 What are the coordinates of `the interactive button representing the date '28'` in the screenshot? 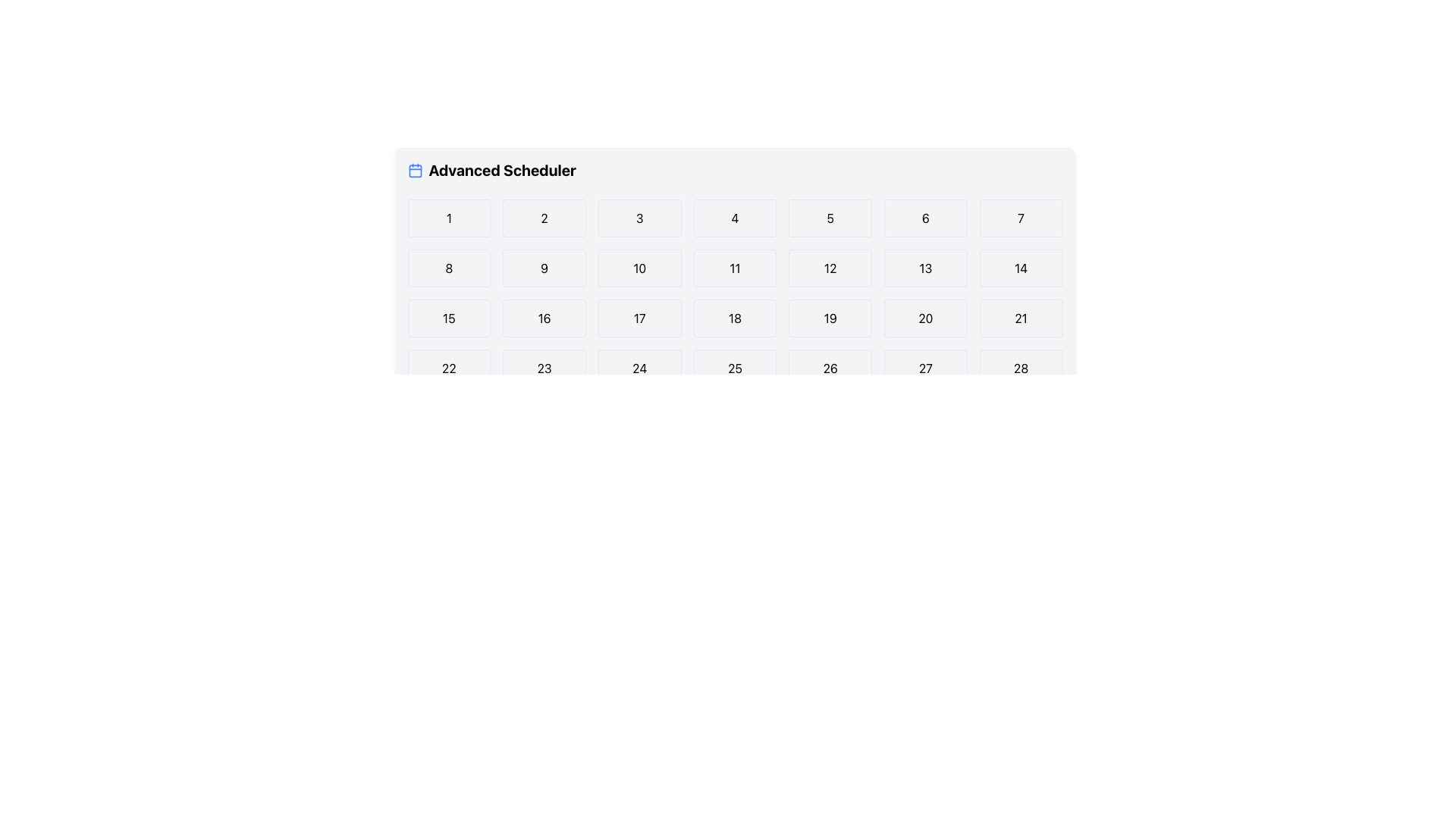 It's located at (1021, 369).